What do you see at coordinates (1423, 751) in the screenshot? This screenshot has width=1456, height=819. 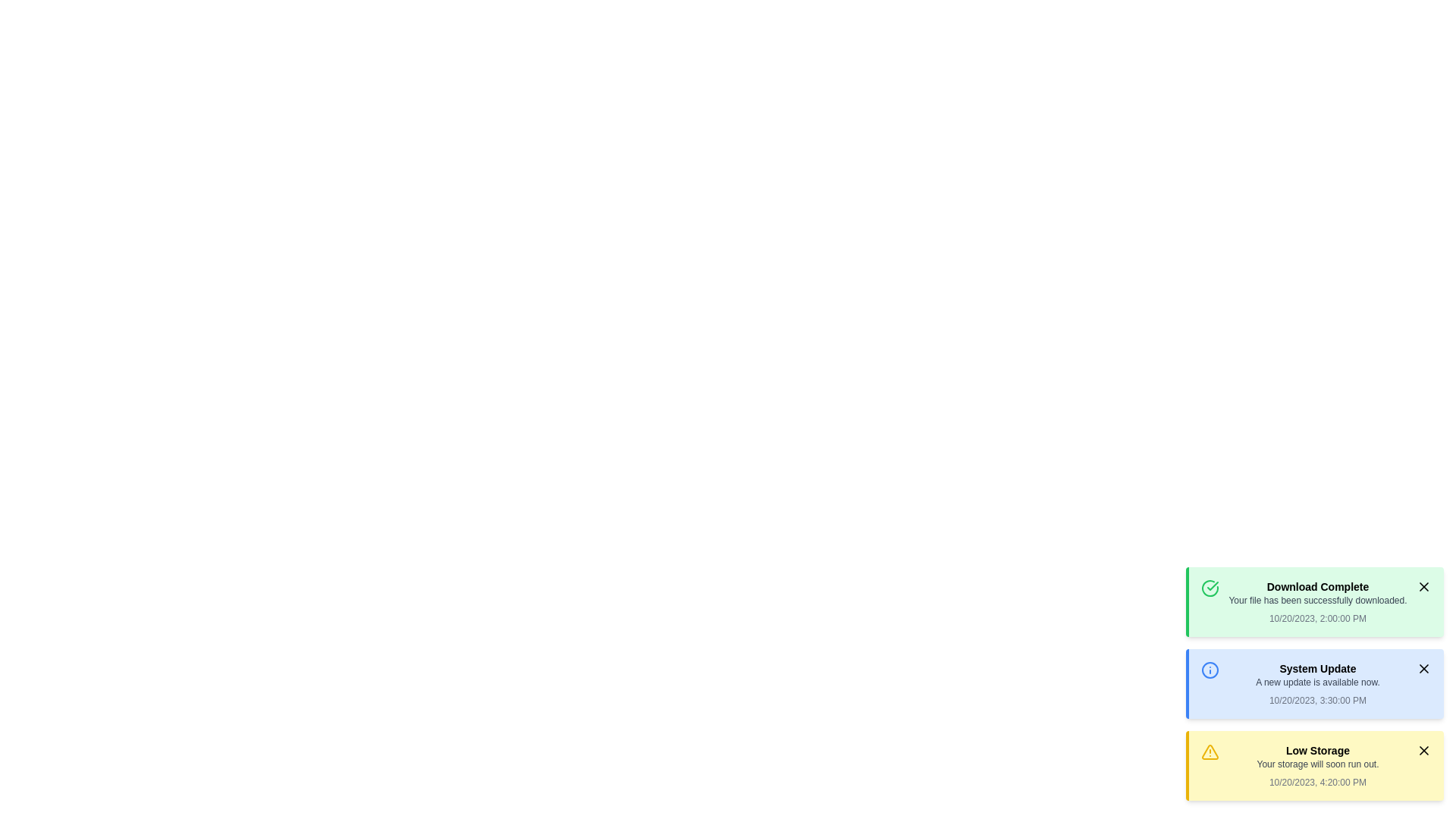 I see `the close button icon located at the top-right corner of the 'Low Storage' notification to potentially reveal a tooltip or feedback` at bounding box center [1423, 751].